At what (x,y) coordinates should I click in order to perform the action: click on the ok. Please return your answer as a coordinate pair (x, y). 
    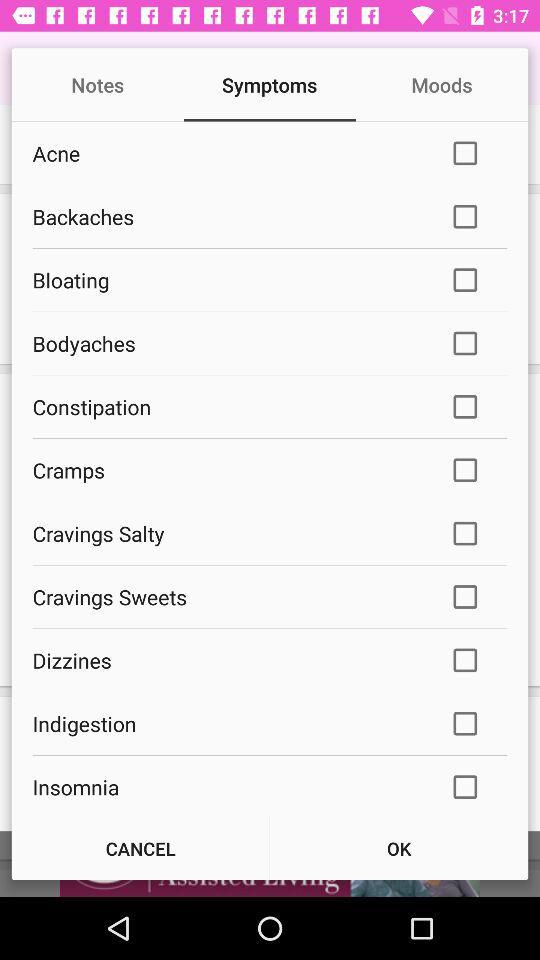
    Looking at the image, I should click on (399, 847).